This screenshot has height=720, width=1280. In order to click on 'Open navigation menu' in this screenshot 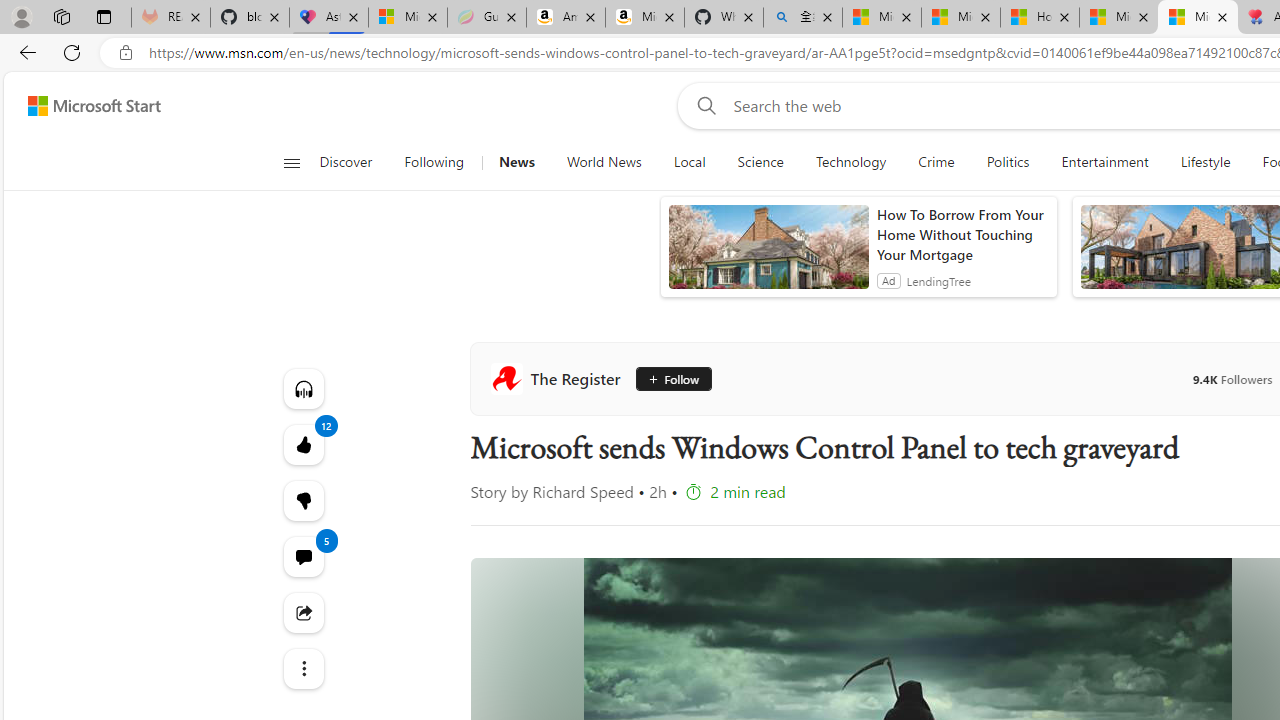, I will do `click(290, 162)`.